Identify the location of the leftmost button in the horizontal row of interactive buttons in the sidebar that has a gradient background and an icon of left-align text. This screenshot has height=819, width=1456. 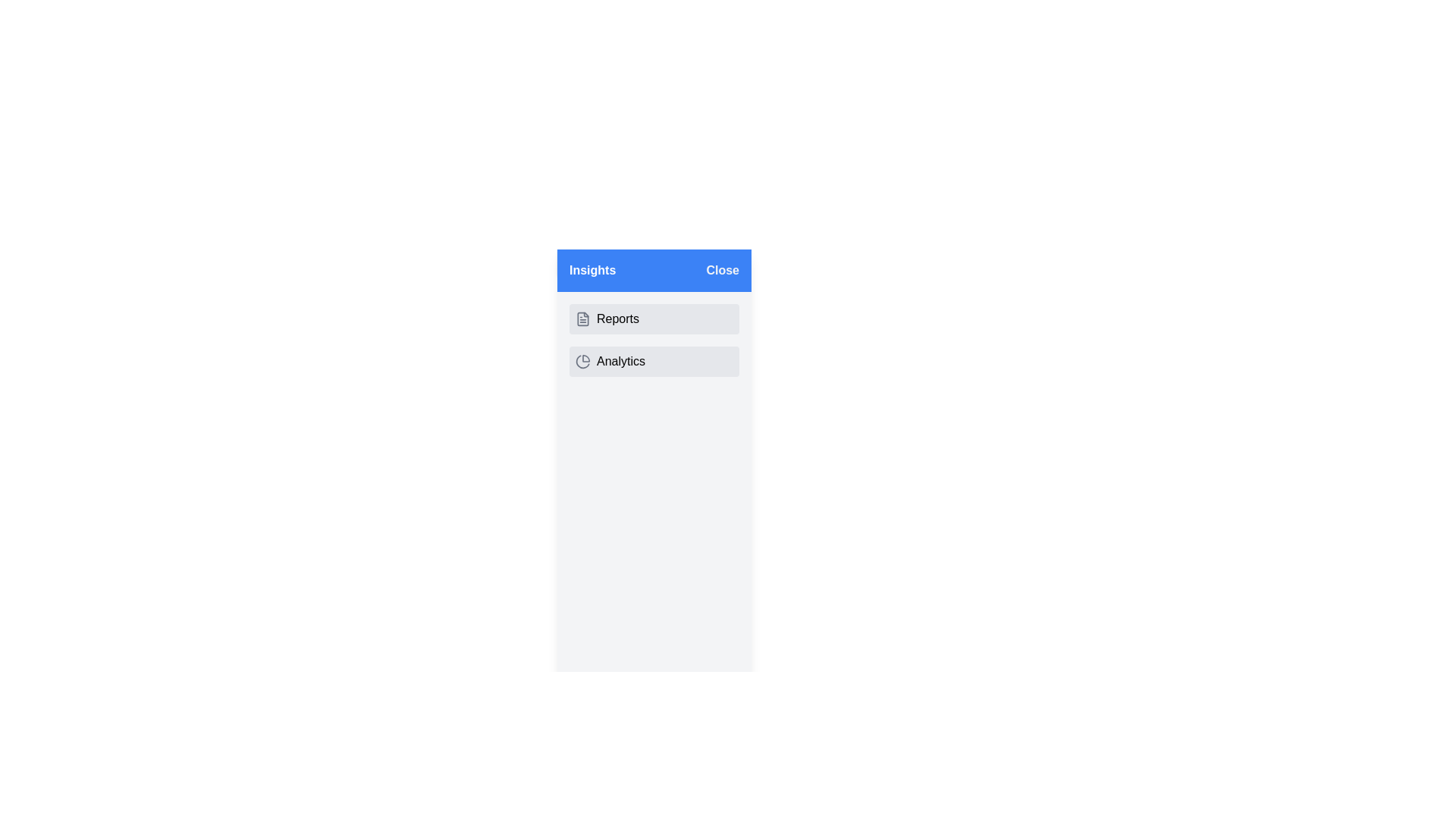
(570, 262).